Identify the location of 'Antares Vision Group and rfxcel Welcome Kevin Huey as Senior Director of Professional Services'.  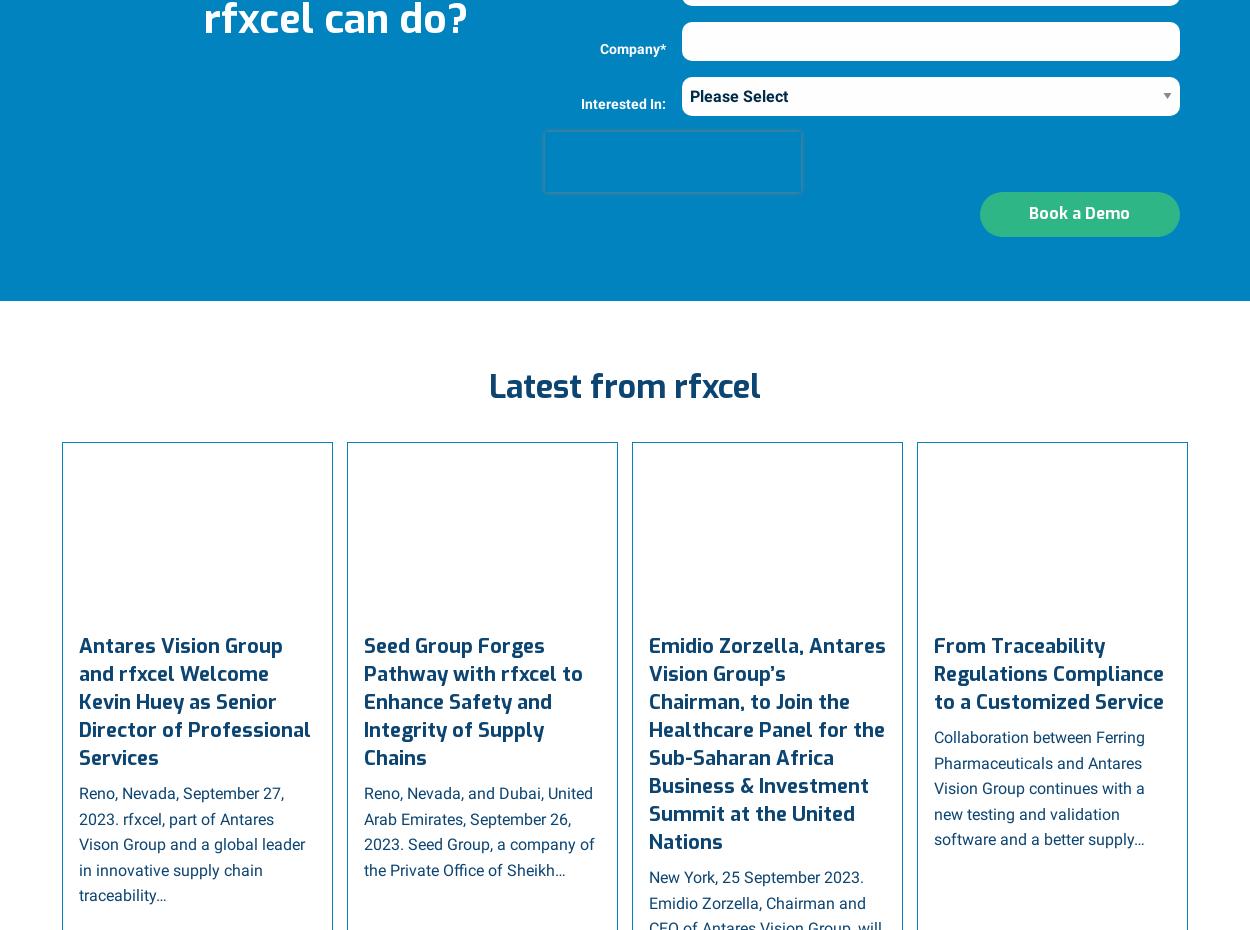
(194, 701).